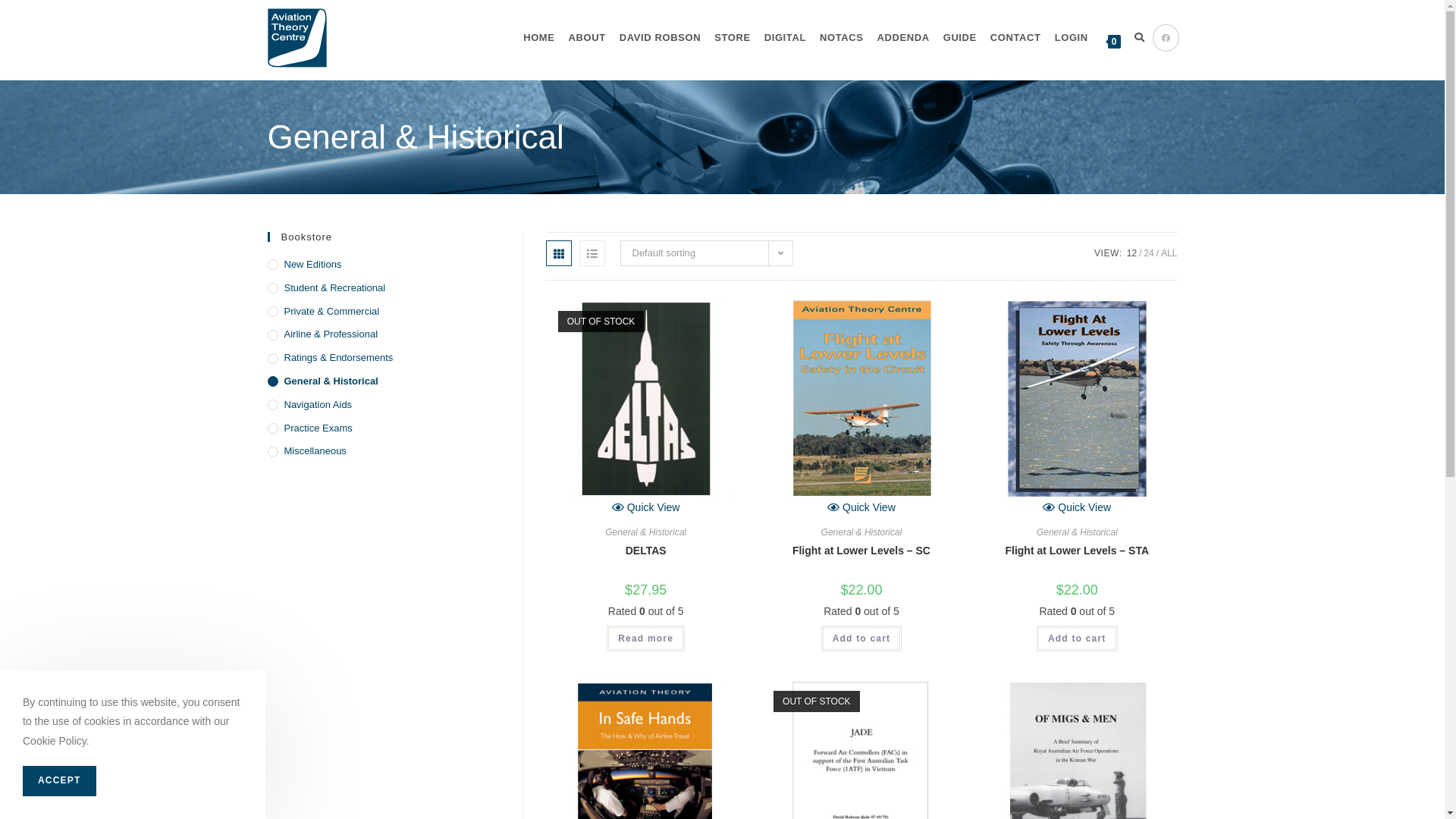  What do you see at coordinates (1095, 39) in the screenshot?
I see `'0'` at bounding box center [1095, 39].